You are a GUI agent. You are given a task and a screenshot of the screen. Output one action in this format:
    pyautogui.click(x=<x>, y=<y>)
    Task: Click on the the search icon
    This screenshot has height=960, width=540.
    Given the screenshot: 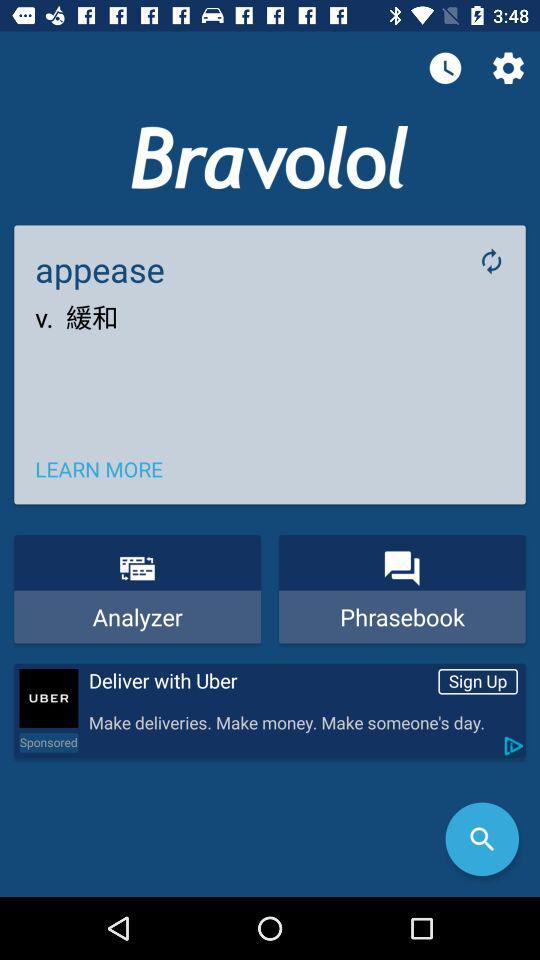 What is the action you would take?
    pyautogui.click(x=481, y=839)
    